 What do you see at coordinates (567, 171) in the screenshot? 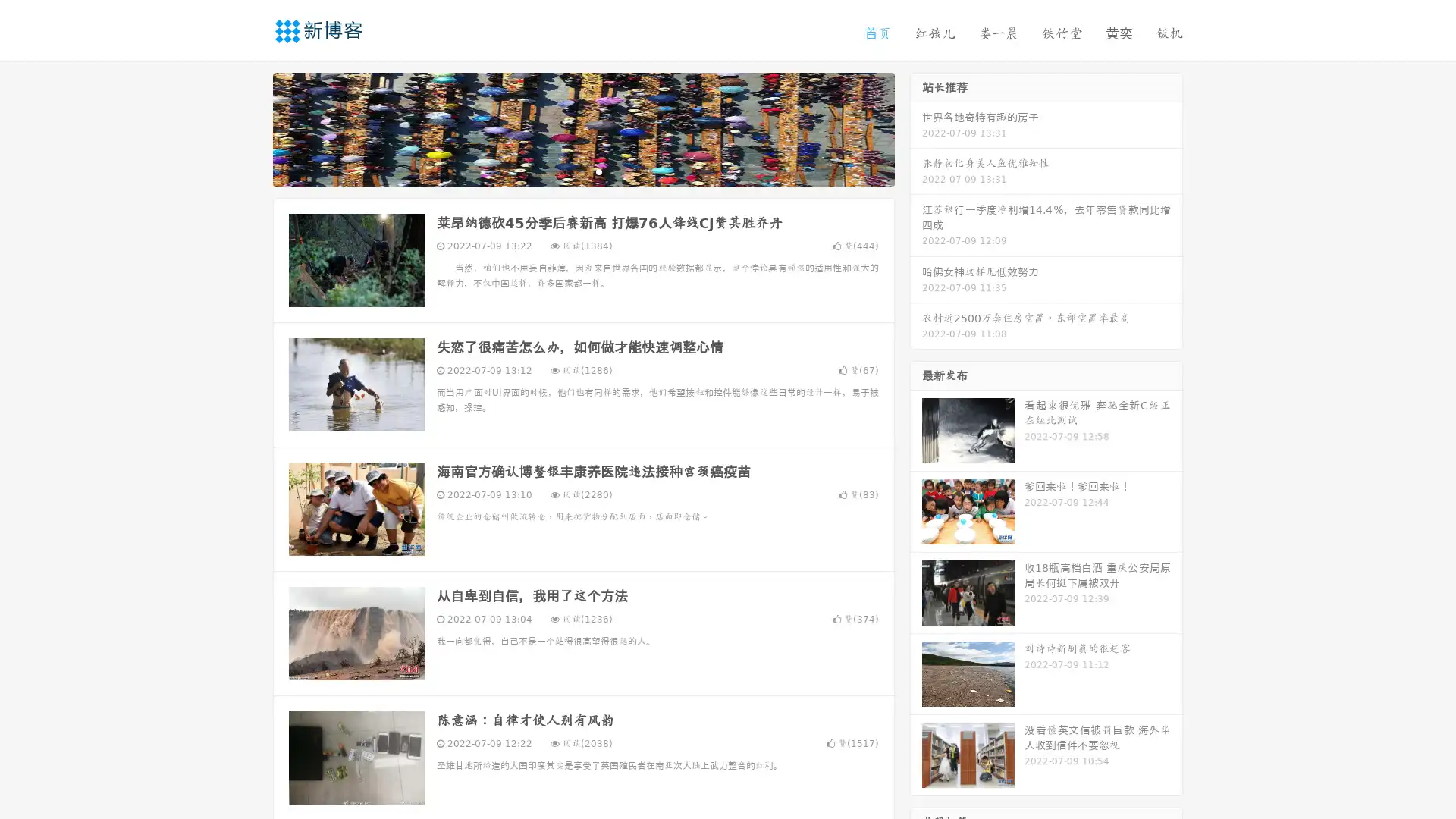
I see `Go to slide 1` at bounding box center [567, 171].